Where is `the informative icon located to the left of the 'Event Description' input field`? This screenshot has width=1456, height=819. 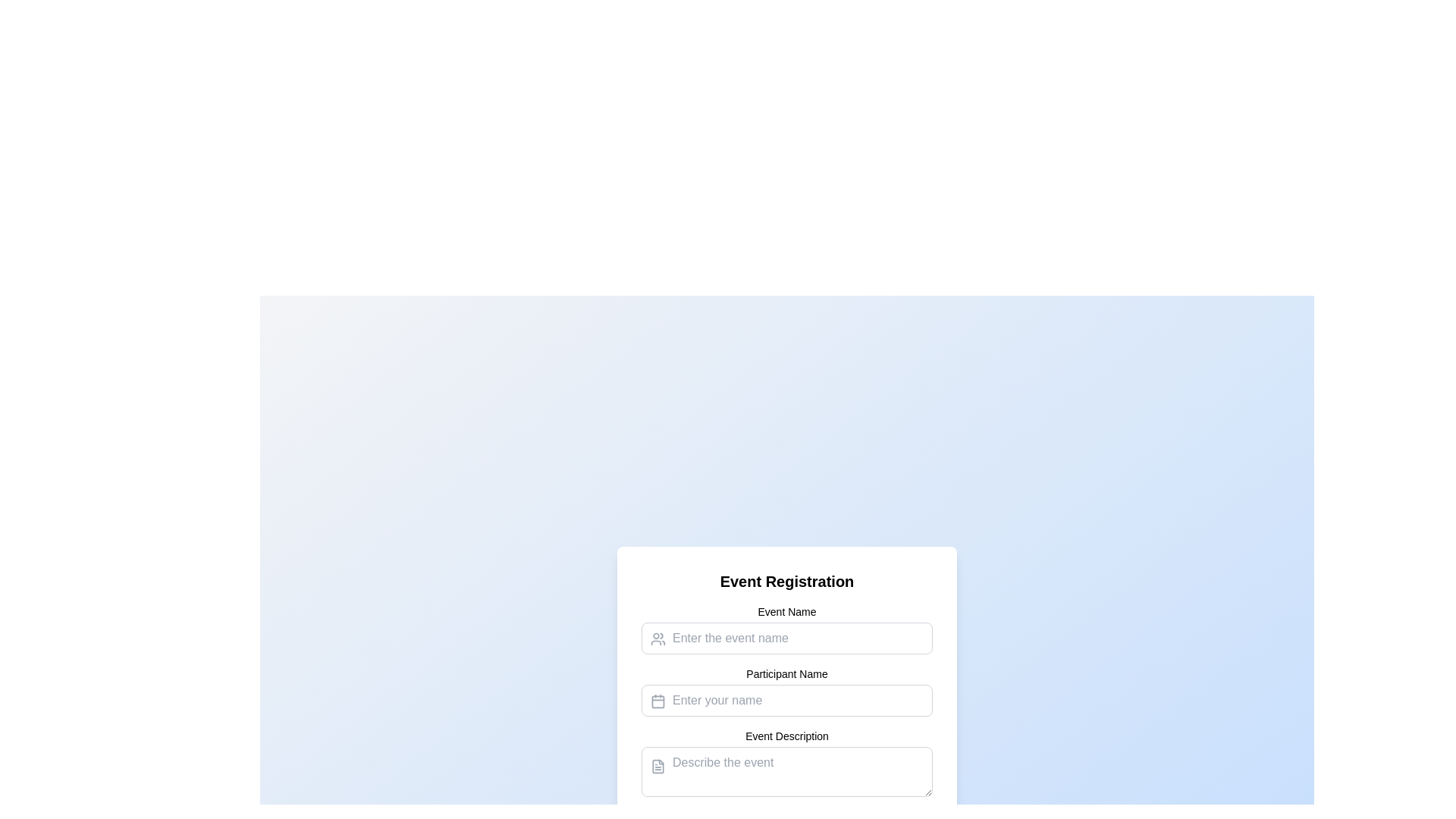
the informative icon located to the left of the 'Event Description' input field is located at coordinates (658, 766).